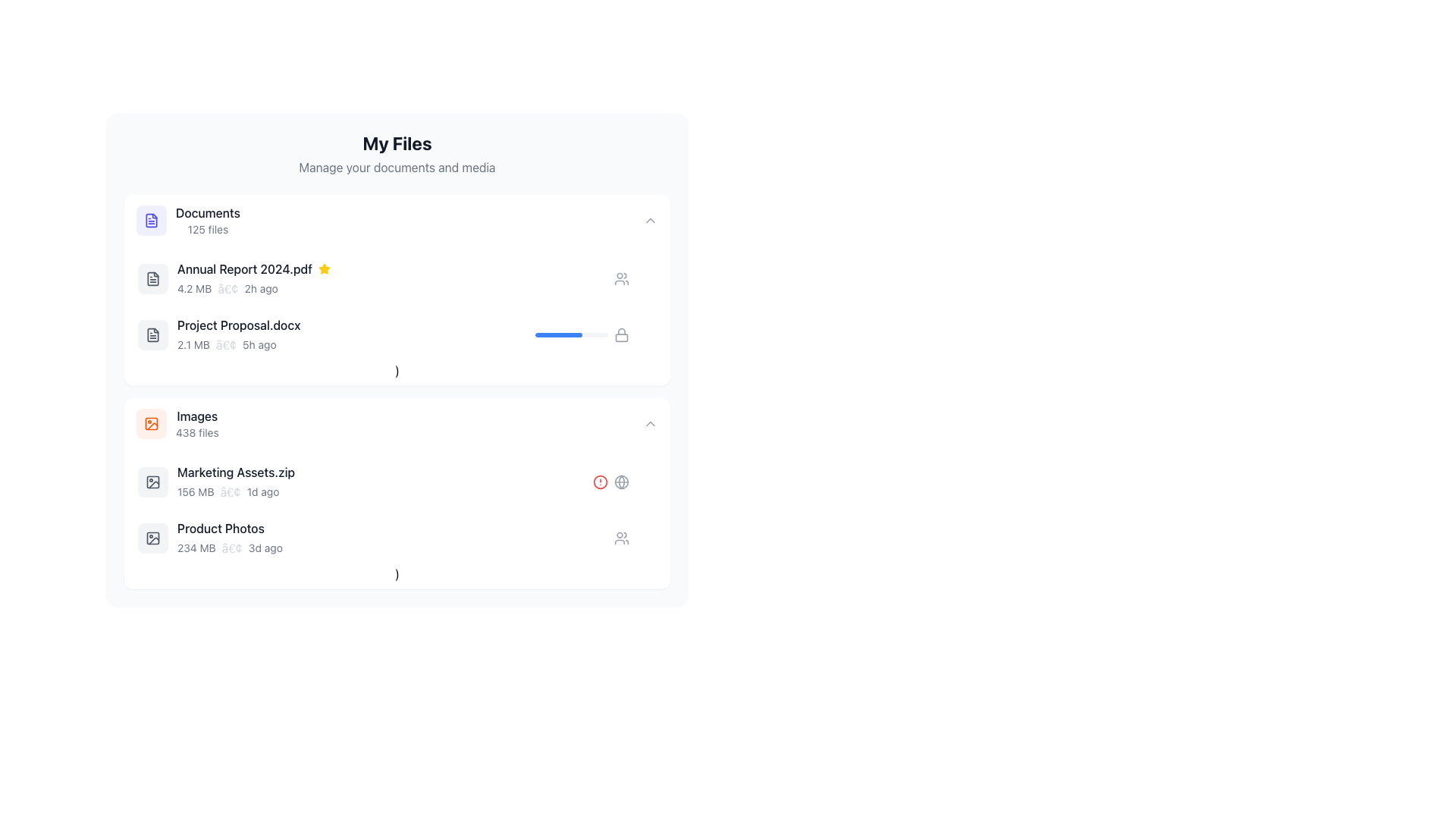  I want to click on the second file entry in the 'Documents' section of the file manager for batch actions, so click(336, 334).